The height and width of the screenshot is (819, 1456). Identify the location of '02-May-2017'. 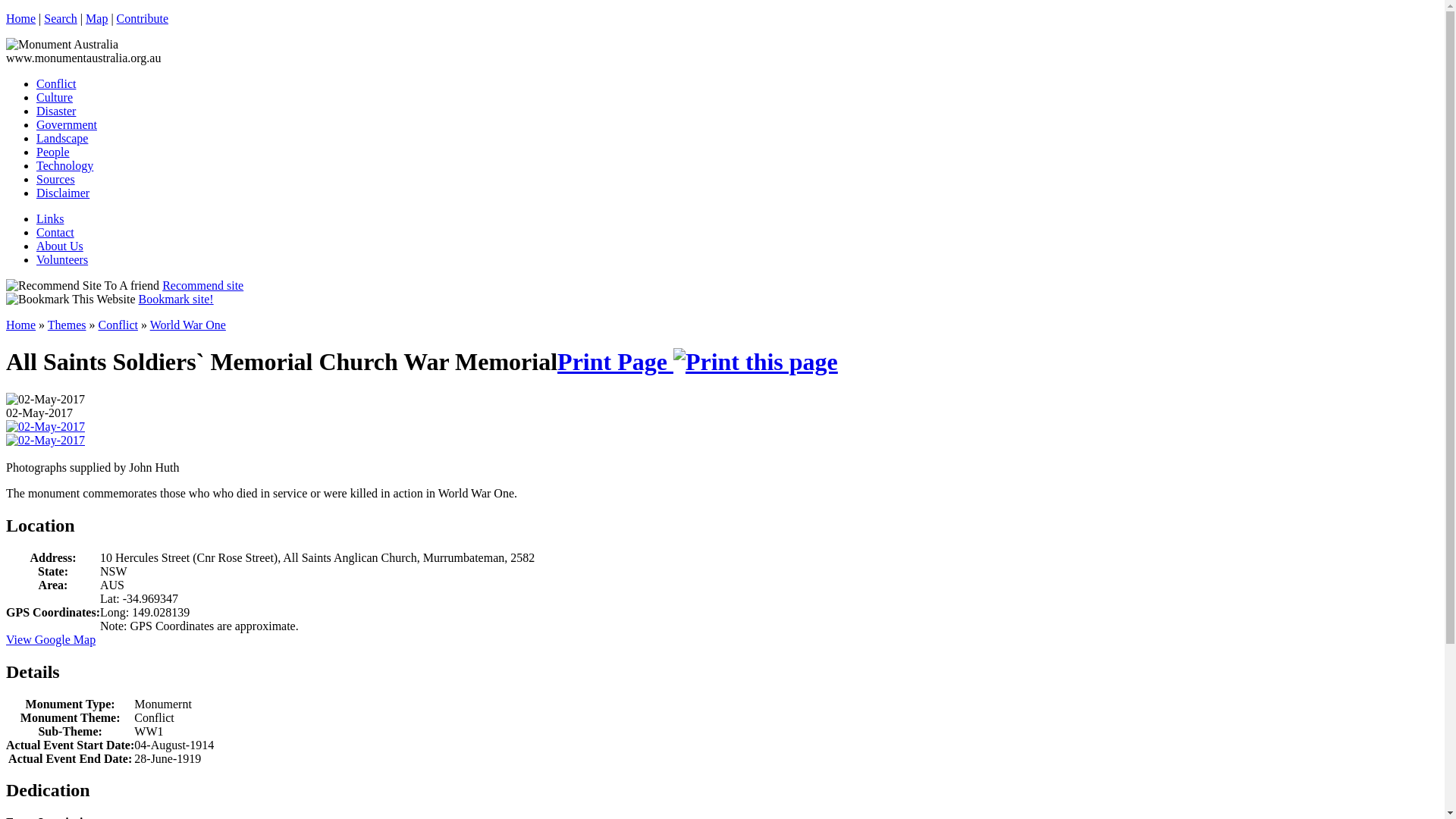
(45, 427).